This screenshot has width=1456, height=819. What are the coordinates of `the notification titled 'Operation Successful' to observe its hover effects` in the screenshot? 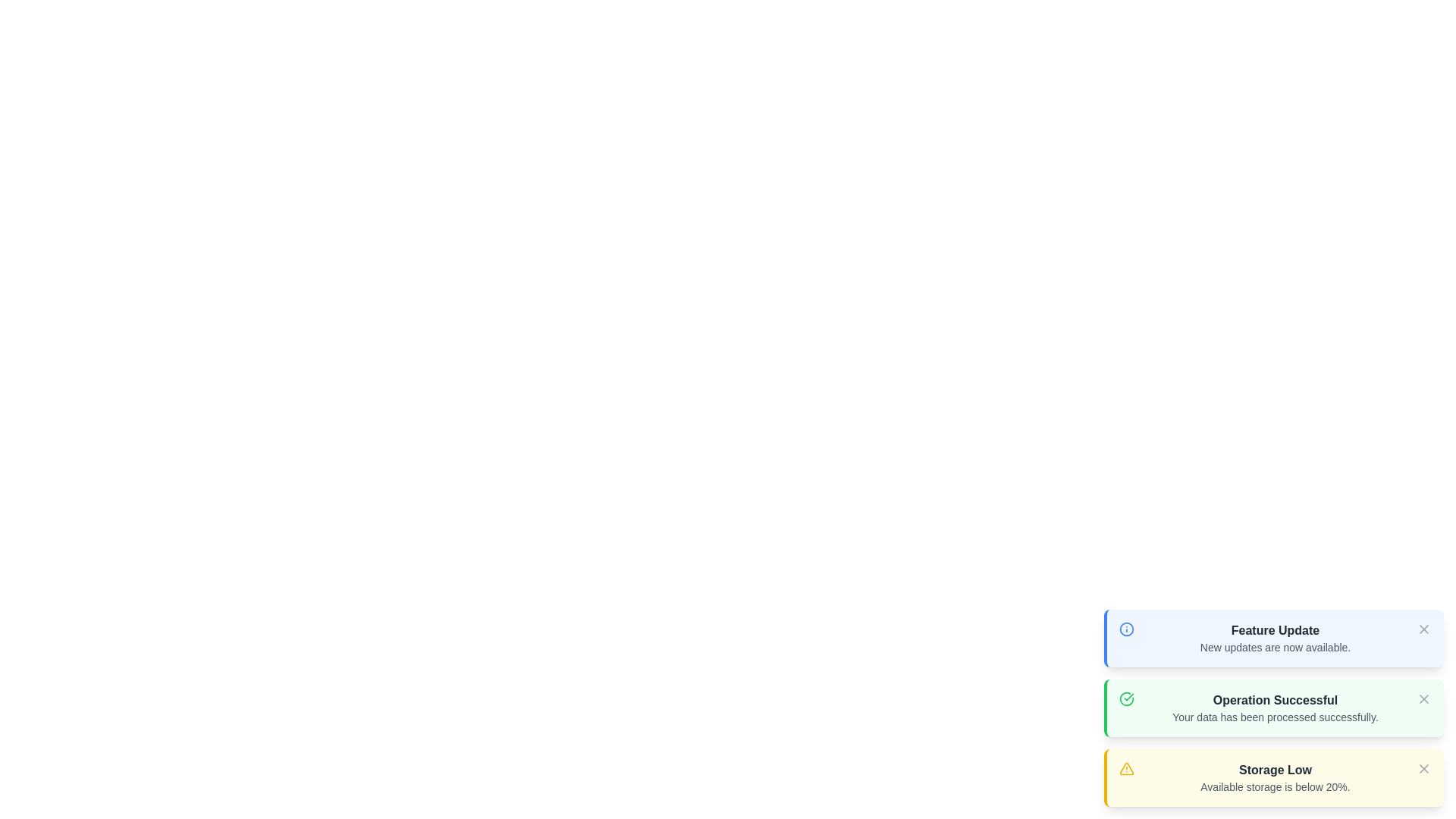 It's located at (1274, 708).